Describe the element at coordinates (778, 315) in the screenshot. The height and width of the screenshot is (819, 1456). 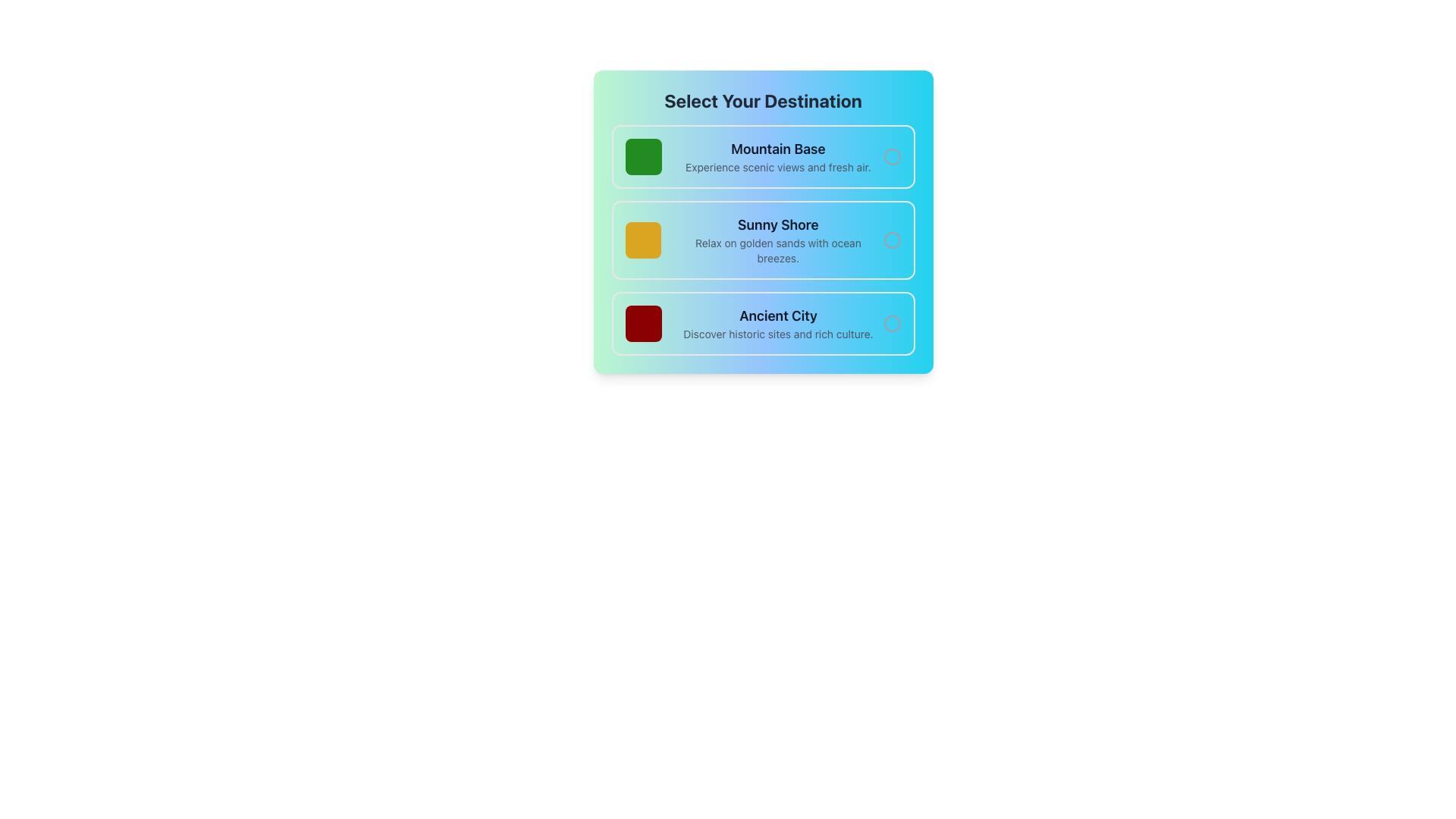
I see `the title text label for the third option in the selection interface, which is positioned above the descriptive text 'Discover historic sites and rich culture.'` at that location.